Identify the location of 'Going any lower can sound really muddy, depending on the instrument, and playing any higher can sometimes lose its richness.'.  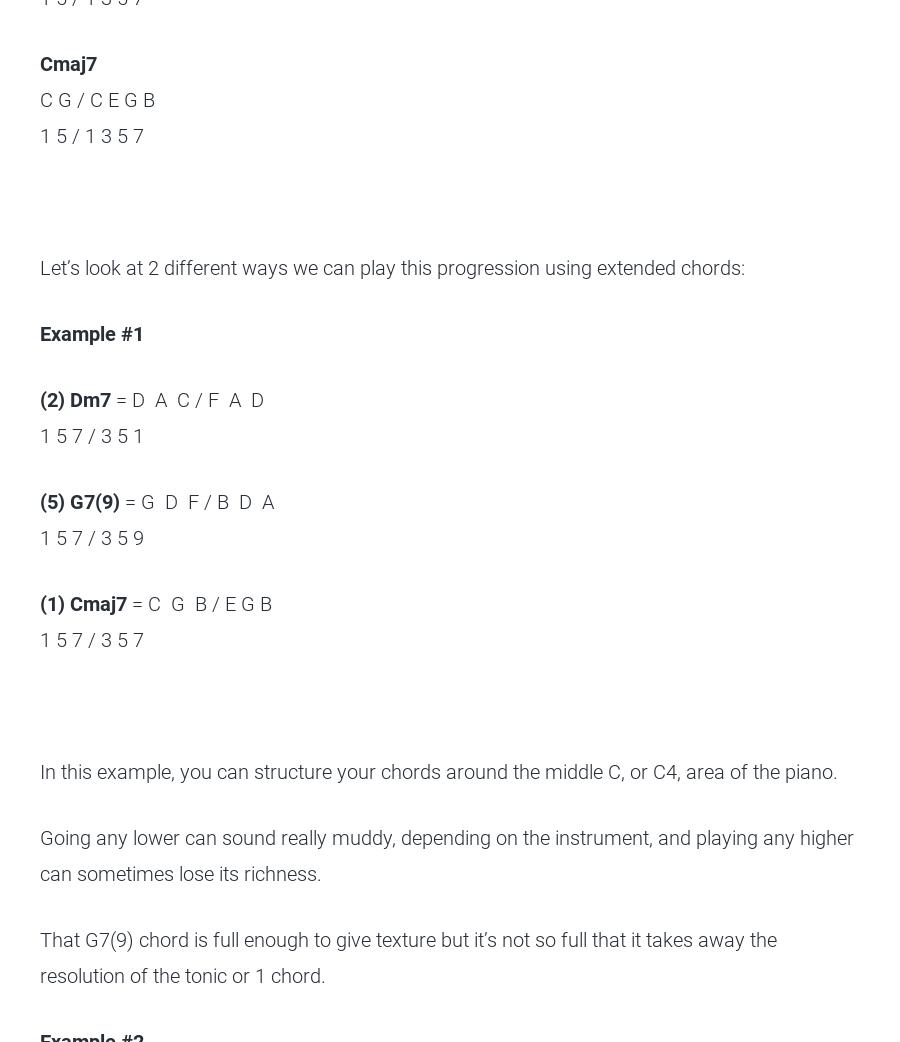
(447, 856).